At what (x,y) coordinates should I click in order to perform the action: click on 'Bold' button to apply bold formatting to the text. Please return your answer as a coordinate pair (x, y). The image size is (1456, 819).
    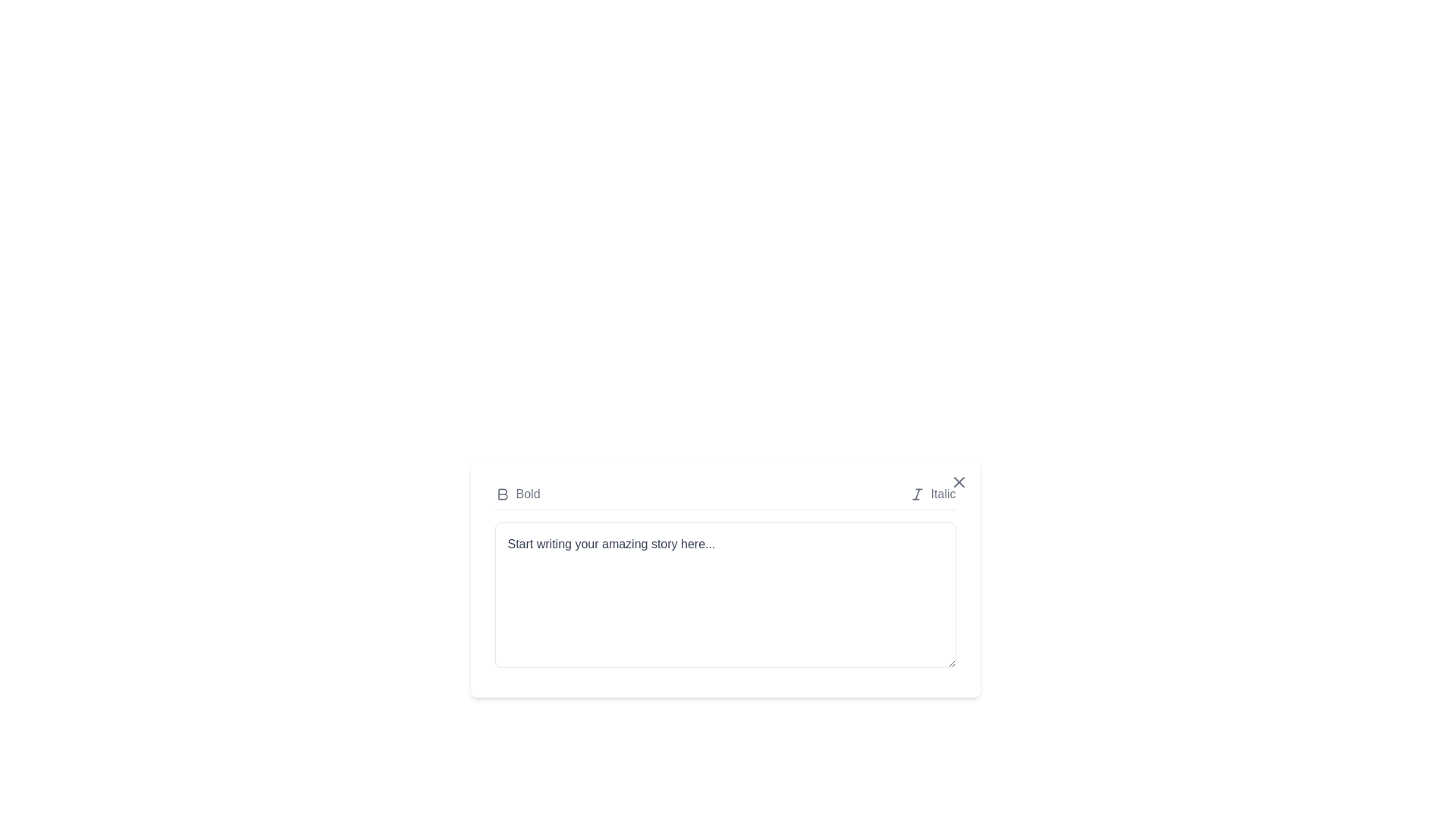
    Looking at the image, I should click on (517, 494).